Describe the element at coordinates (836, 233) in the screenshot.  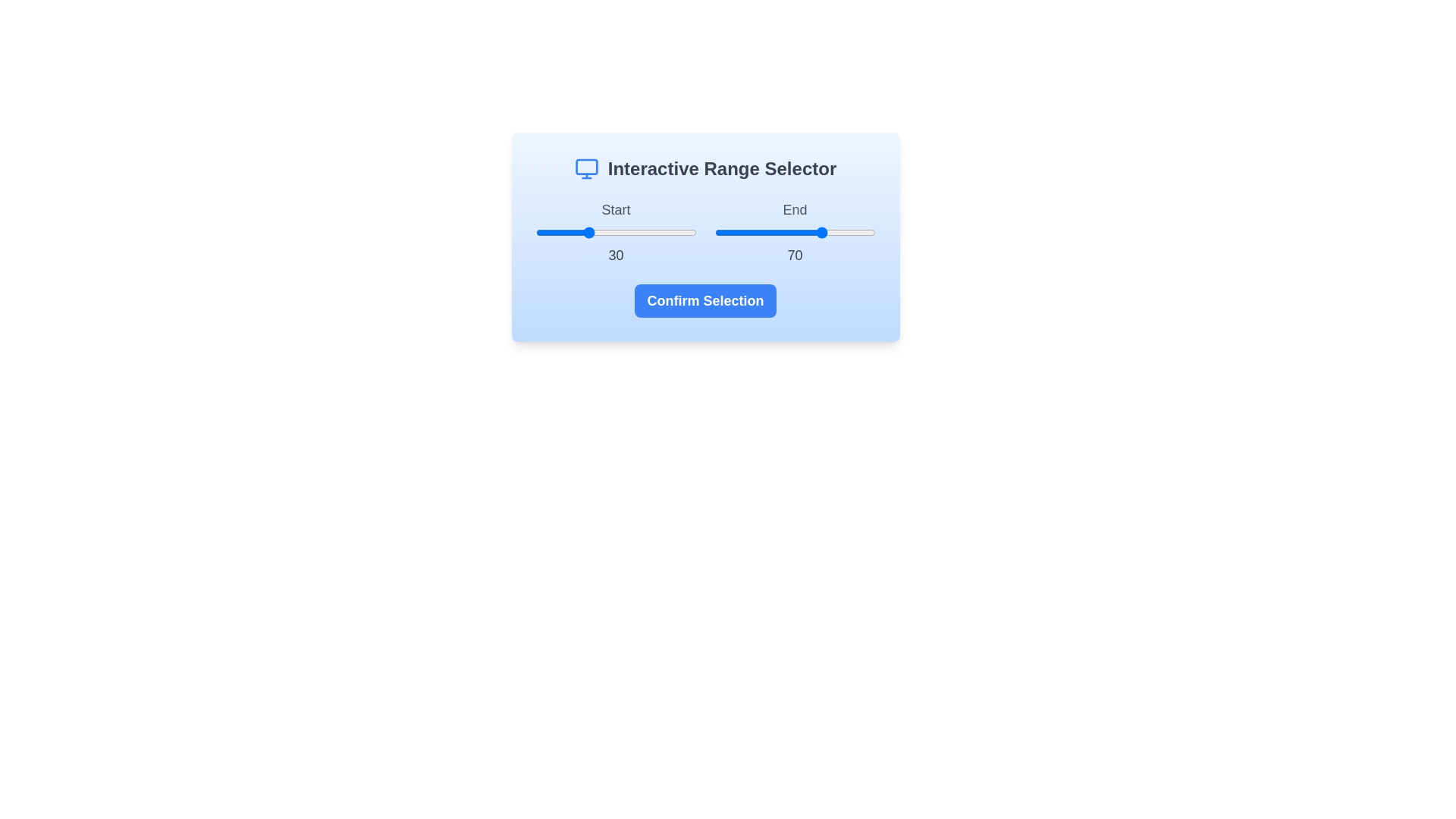
I see `the end range value to 76 by interacting with the slider` at that location.